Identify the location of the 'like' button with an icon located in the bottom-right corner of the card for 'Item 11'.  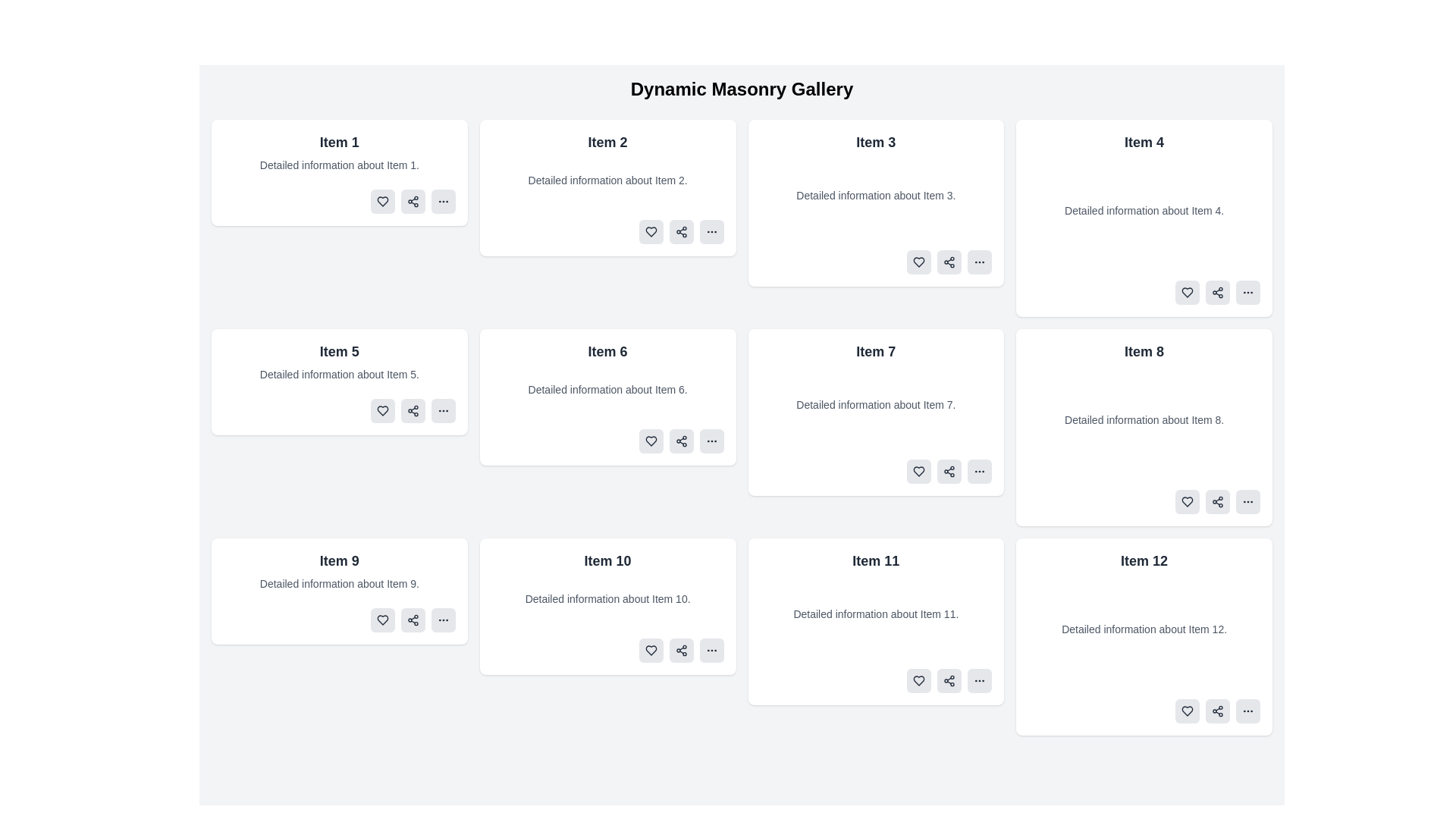
(918, 680).